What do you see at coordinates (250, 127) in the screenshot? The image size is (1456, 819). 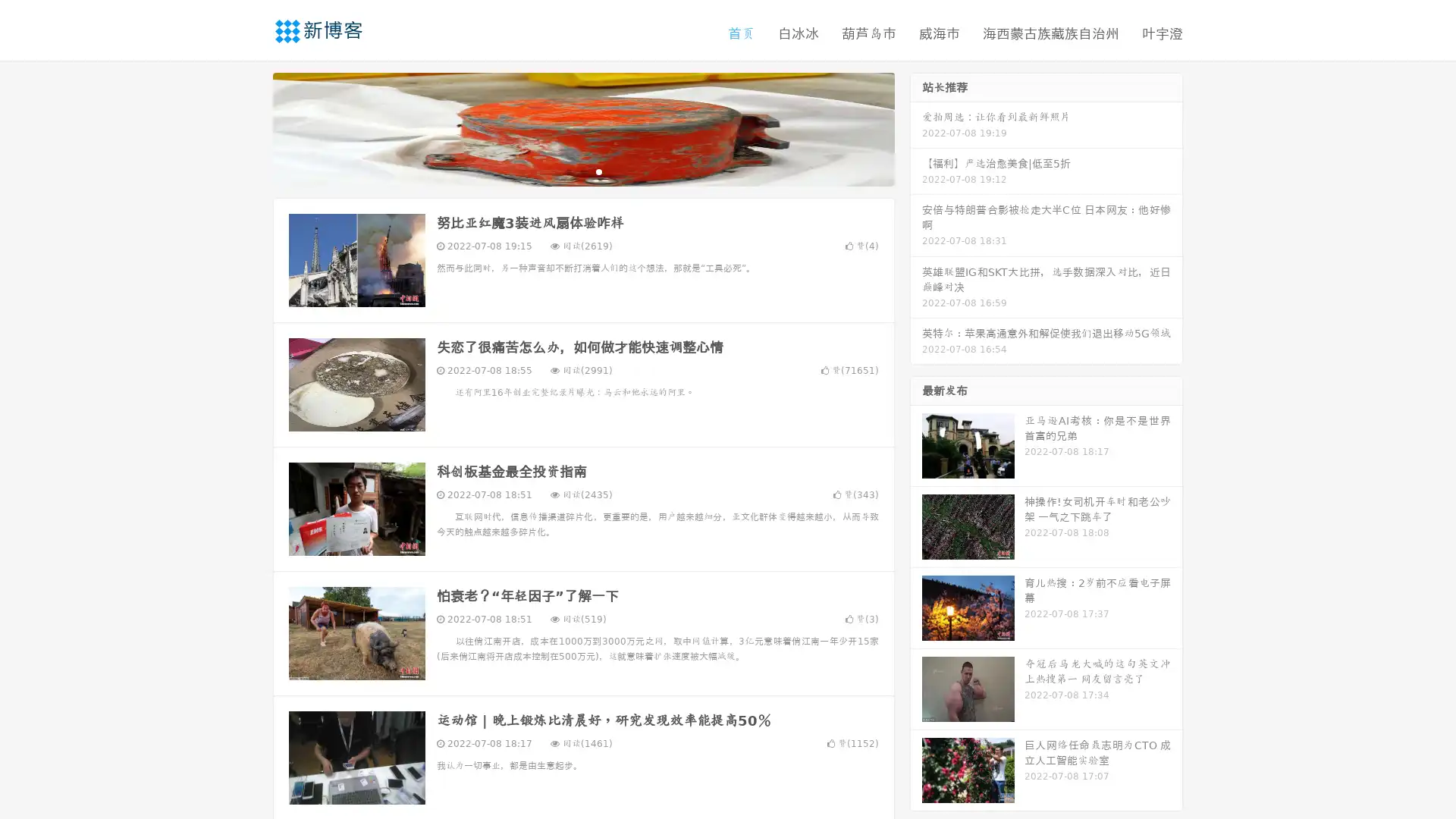 I see `Previous slide` at bounding box center [250, 127].